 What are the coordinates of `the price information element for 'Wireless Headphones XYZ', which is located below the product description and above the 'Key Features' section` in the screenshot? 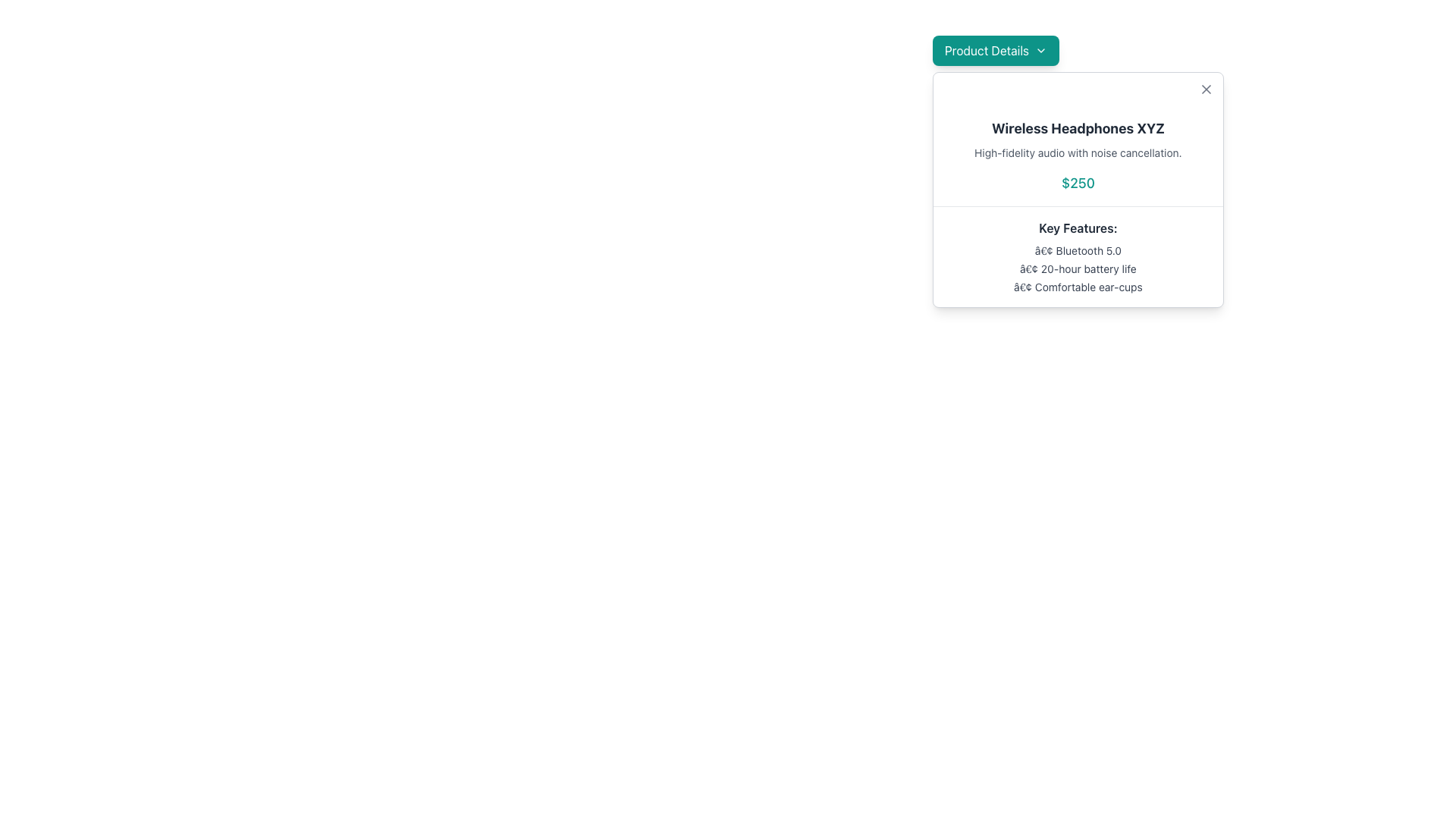 It's located at (1077, 183).